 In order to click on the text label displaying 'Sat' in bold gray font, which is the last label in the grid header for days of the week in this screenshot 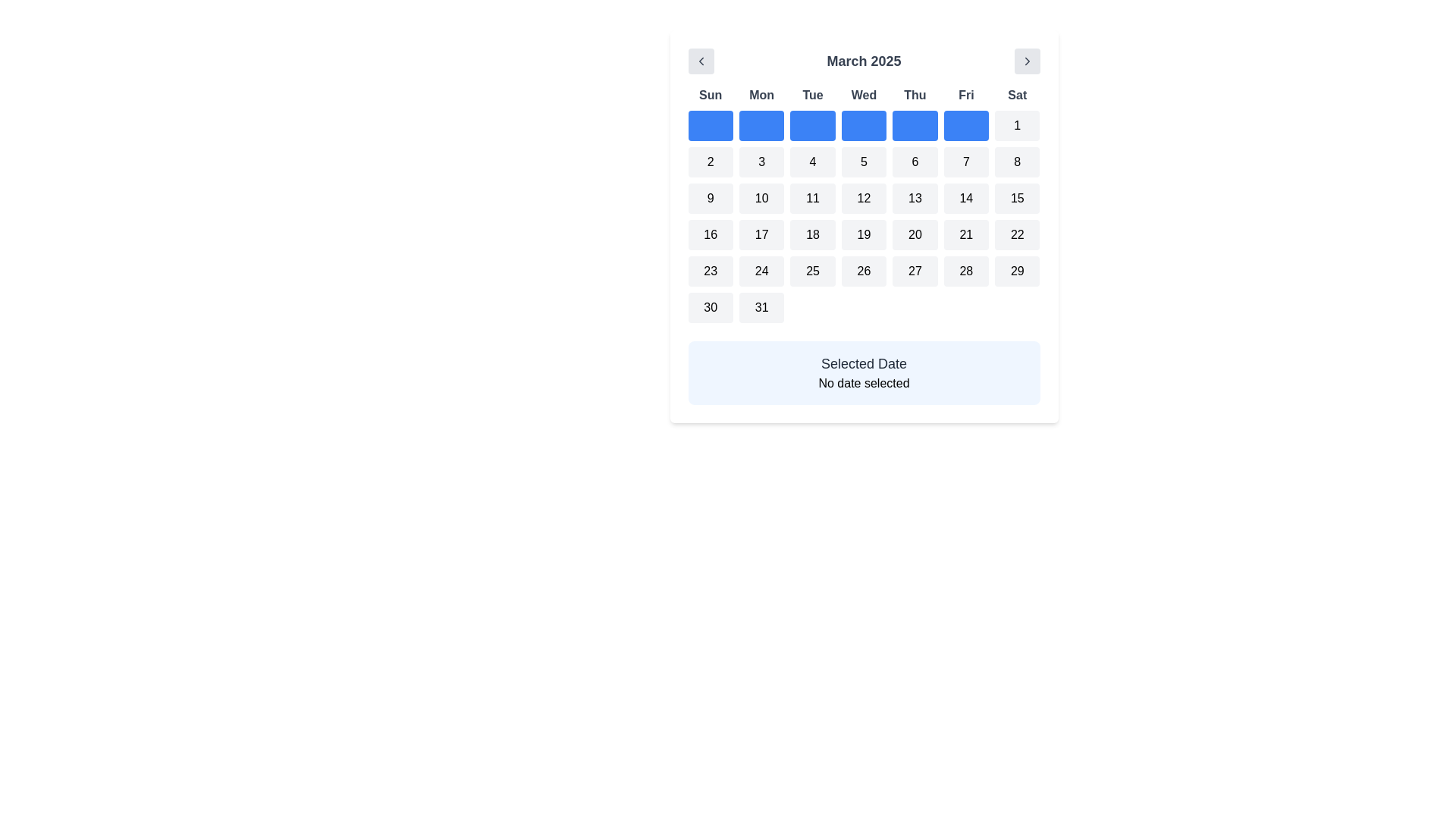, I will do `click(1017, 96)`.